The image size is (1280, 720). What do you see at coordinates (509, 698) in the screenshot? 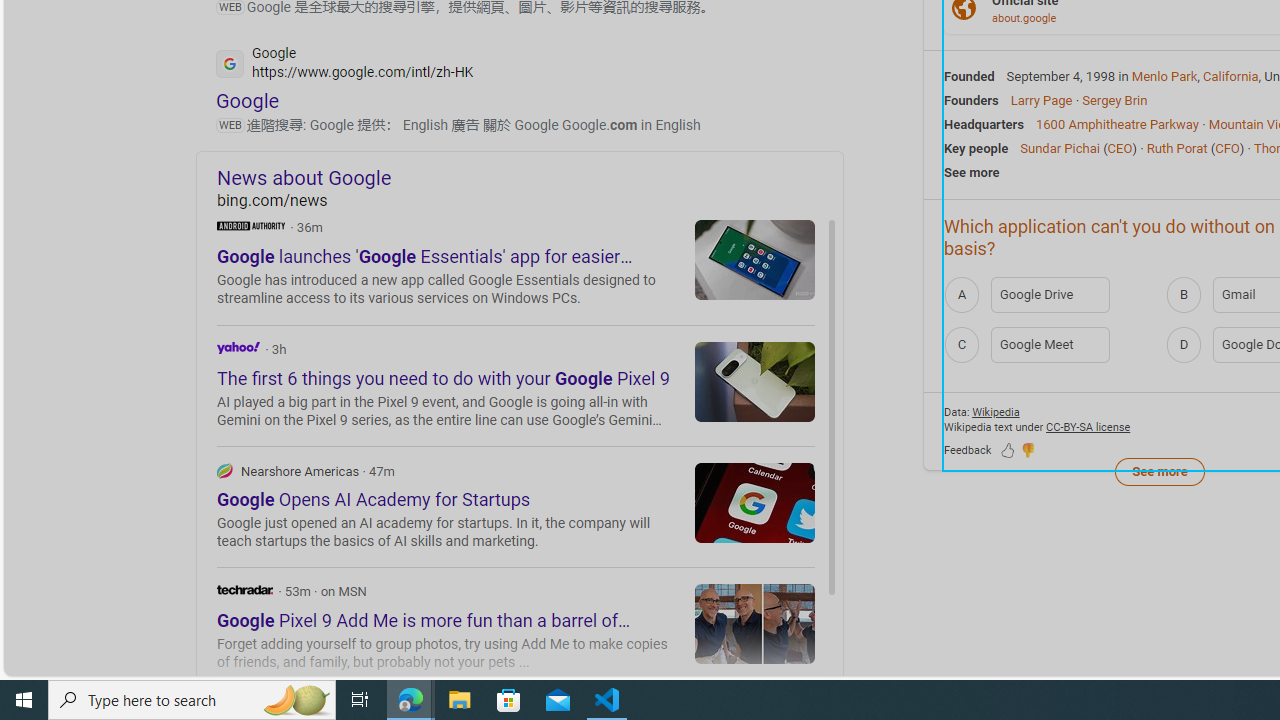
I see `'Microsoft Store'` at bounding box center [509, 698].